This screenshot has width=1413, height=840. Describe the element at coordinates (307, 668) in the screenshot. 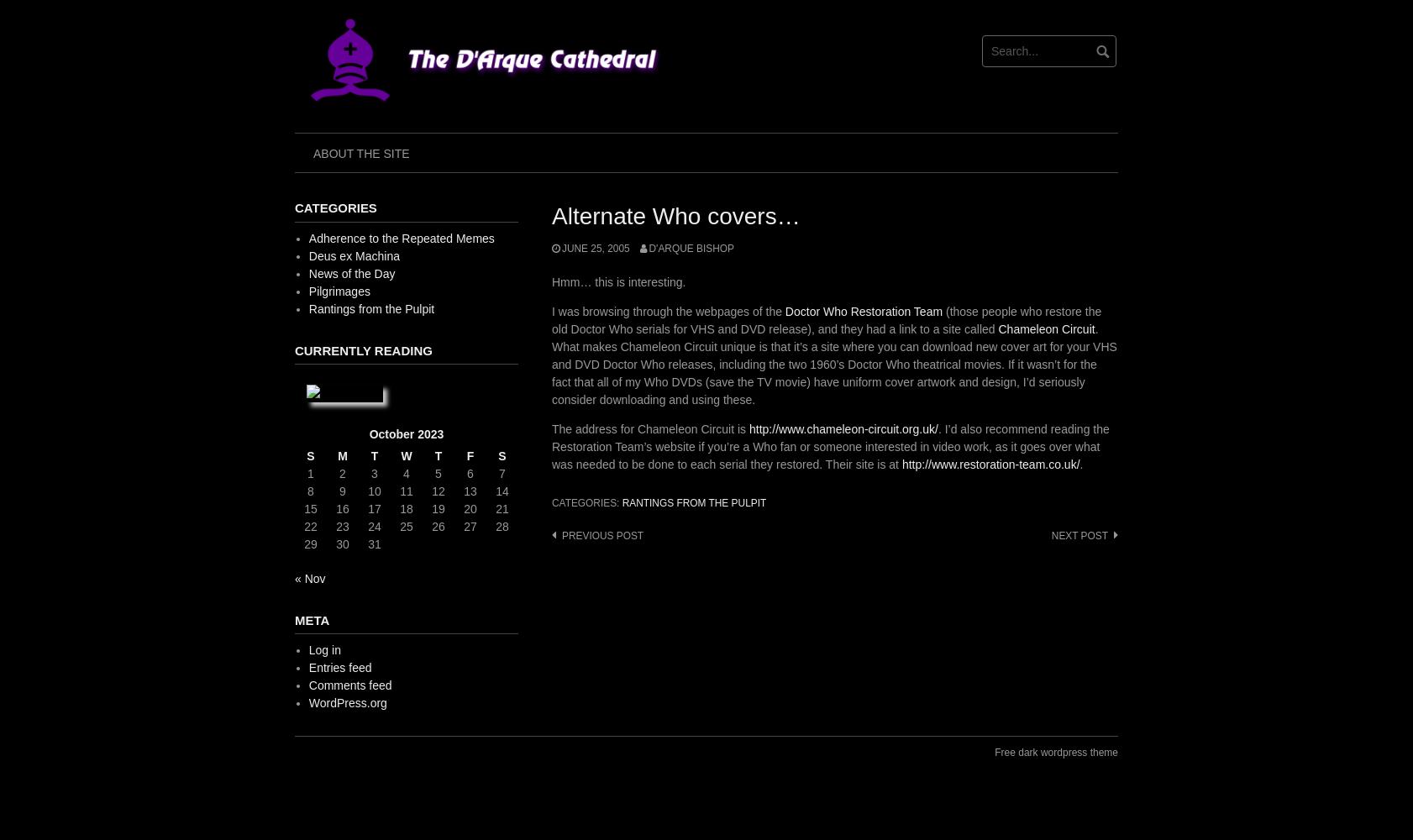

I see `'Entries feed'` at that location.